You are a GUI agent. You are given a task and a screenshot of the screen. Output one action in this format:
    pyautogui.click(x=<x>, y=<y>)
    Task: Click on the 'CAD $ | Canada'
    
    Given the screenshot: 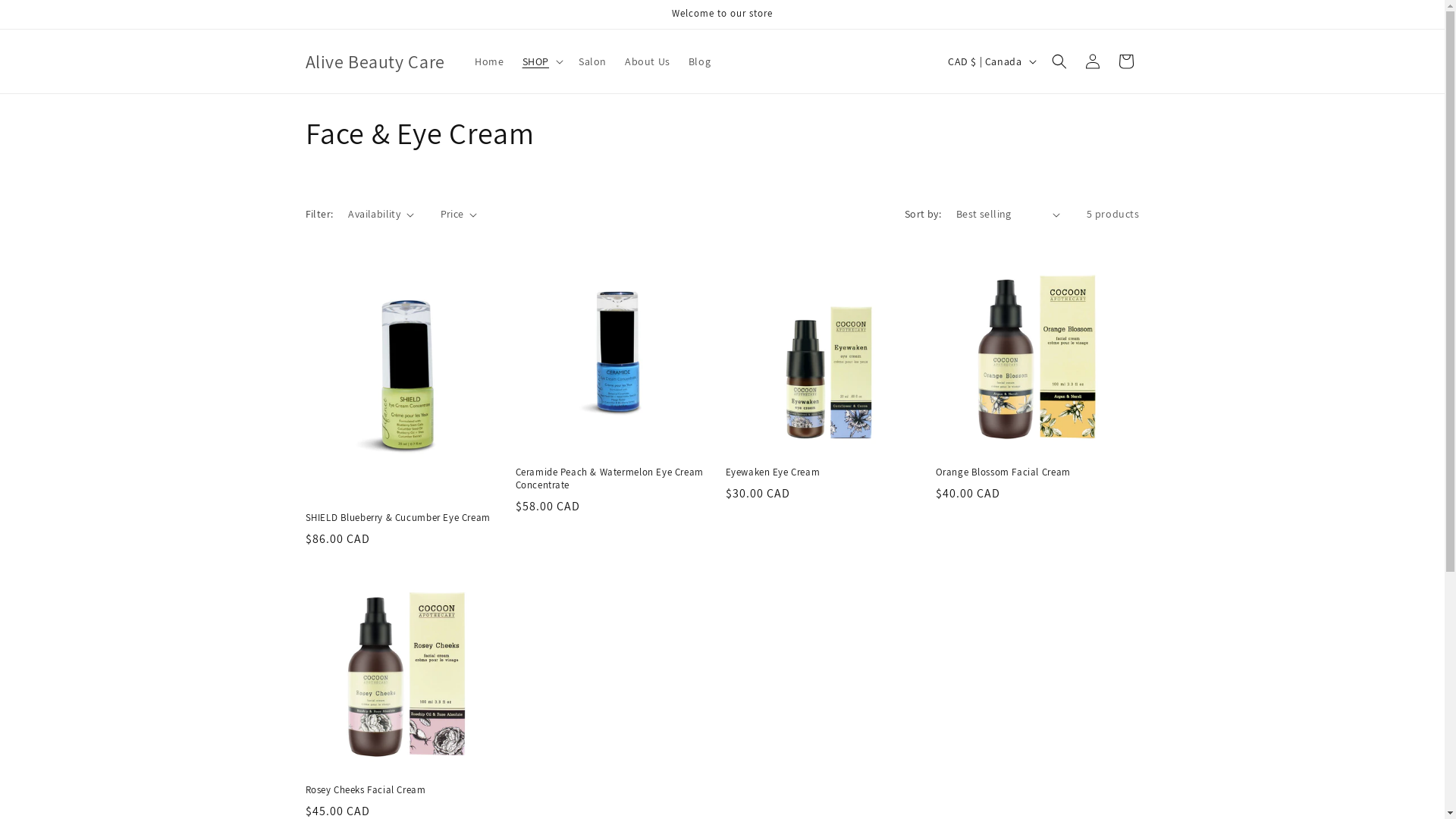 What is the action you would take?
    pyautogui.click(x=990, y=61)
    